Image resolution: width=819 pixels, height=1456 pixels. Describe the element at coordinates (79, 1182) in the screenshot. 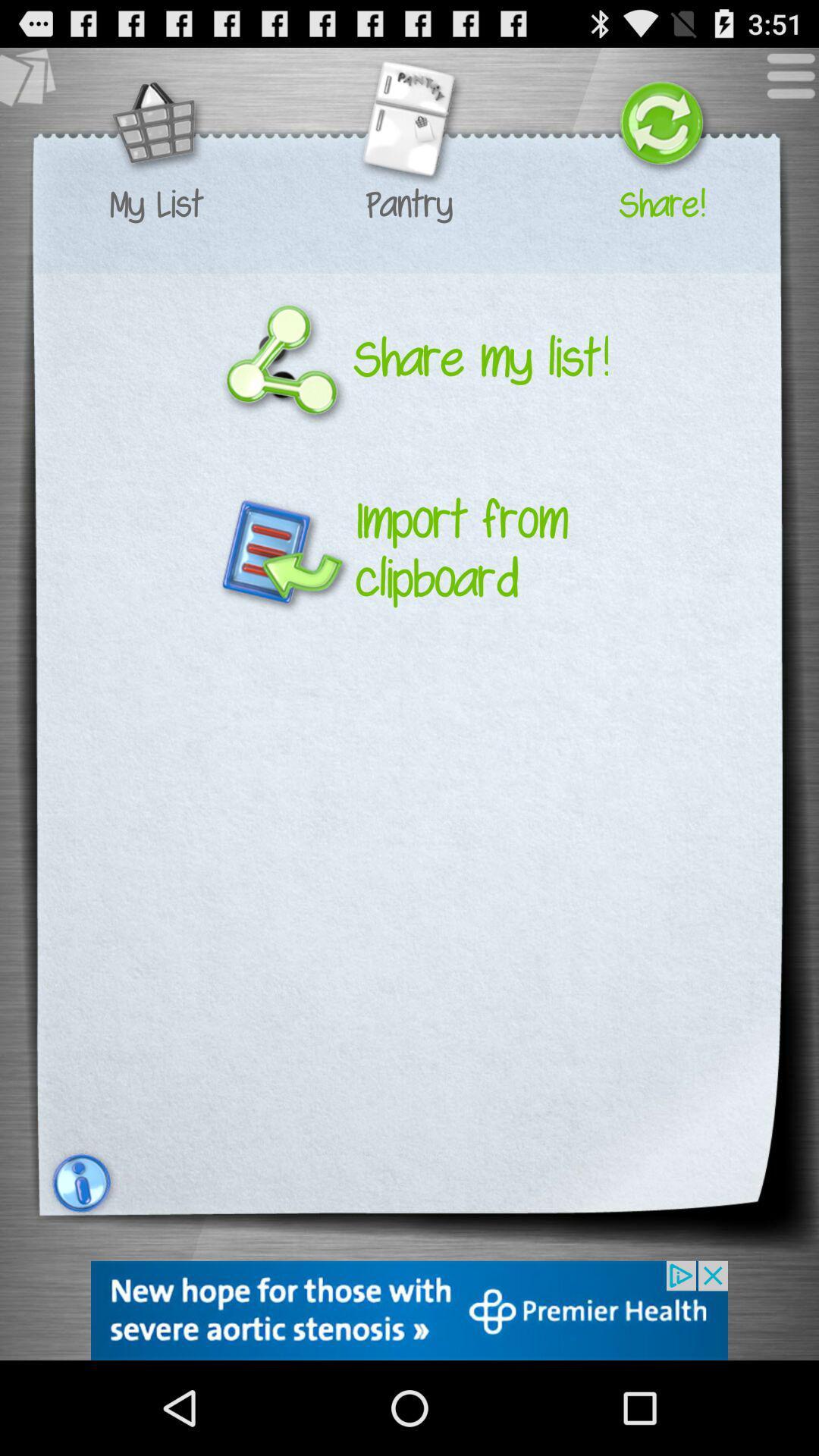

I see `informations` at that location.